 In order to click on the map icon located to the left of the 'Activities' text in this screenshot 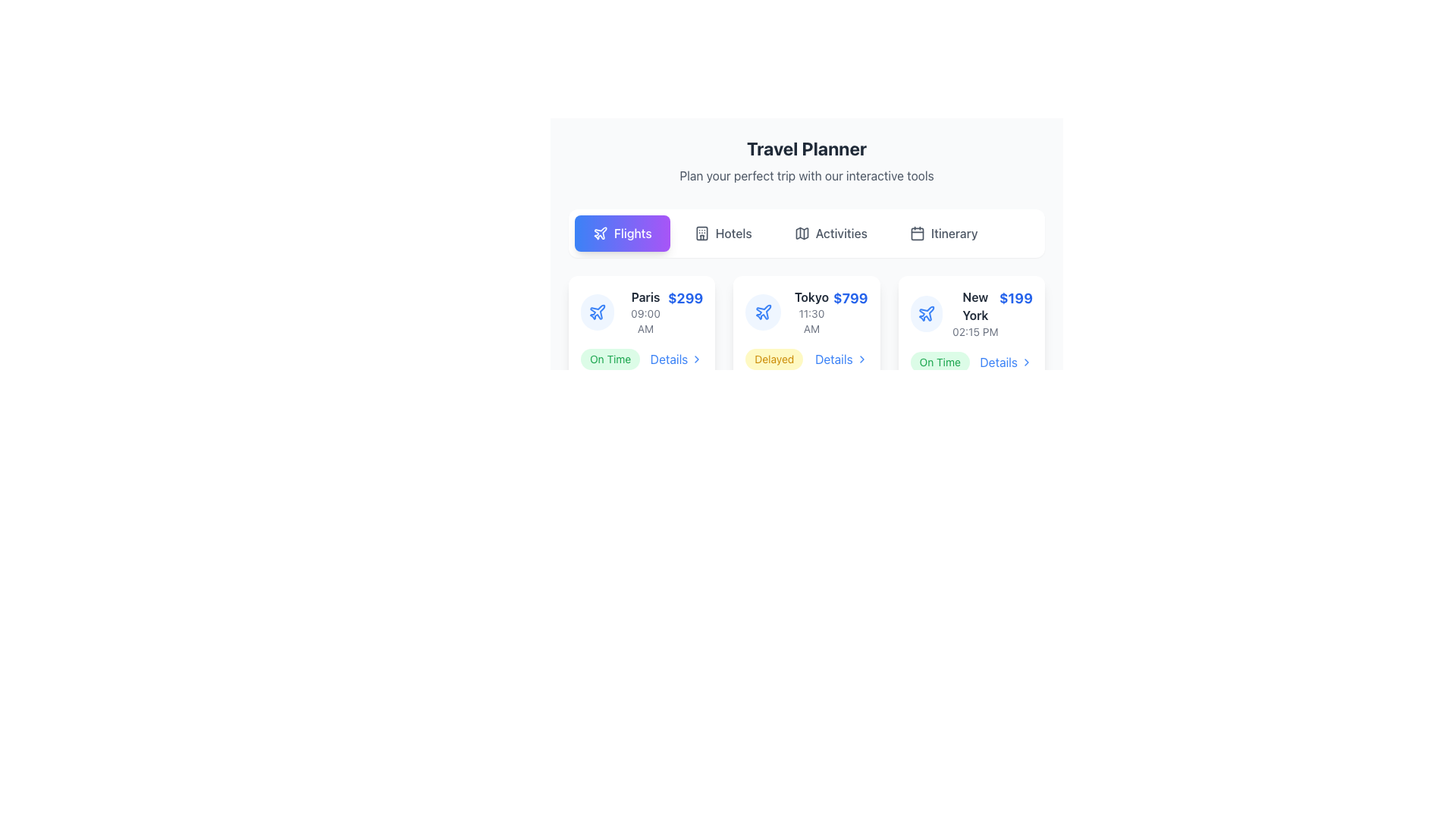, I will do `click(801, 234)`.